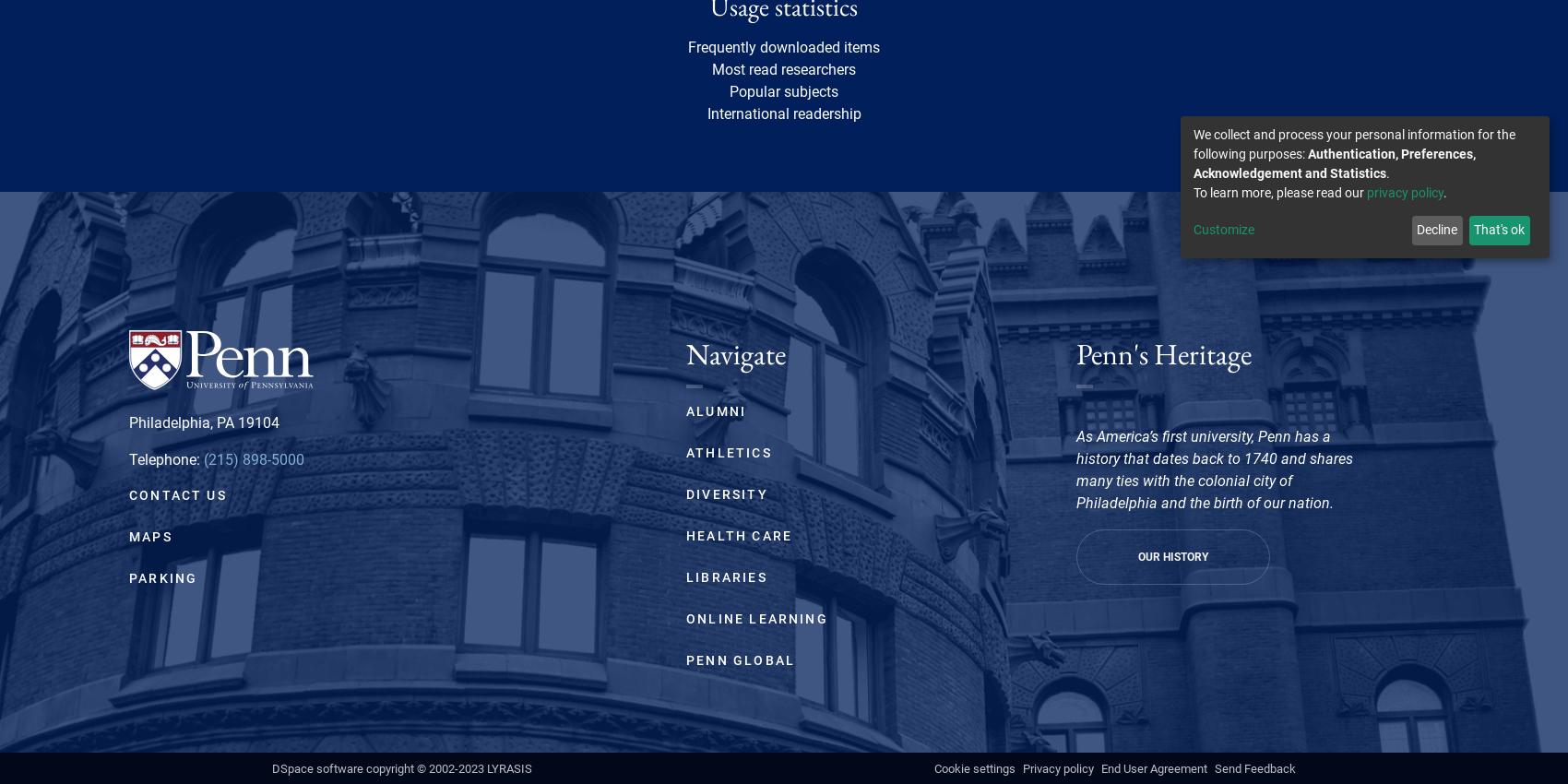  I want to click on 'Maps', so click(149, 535).